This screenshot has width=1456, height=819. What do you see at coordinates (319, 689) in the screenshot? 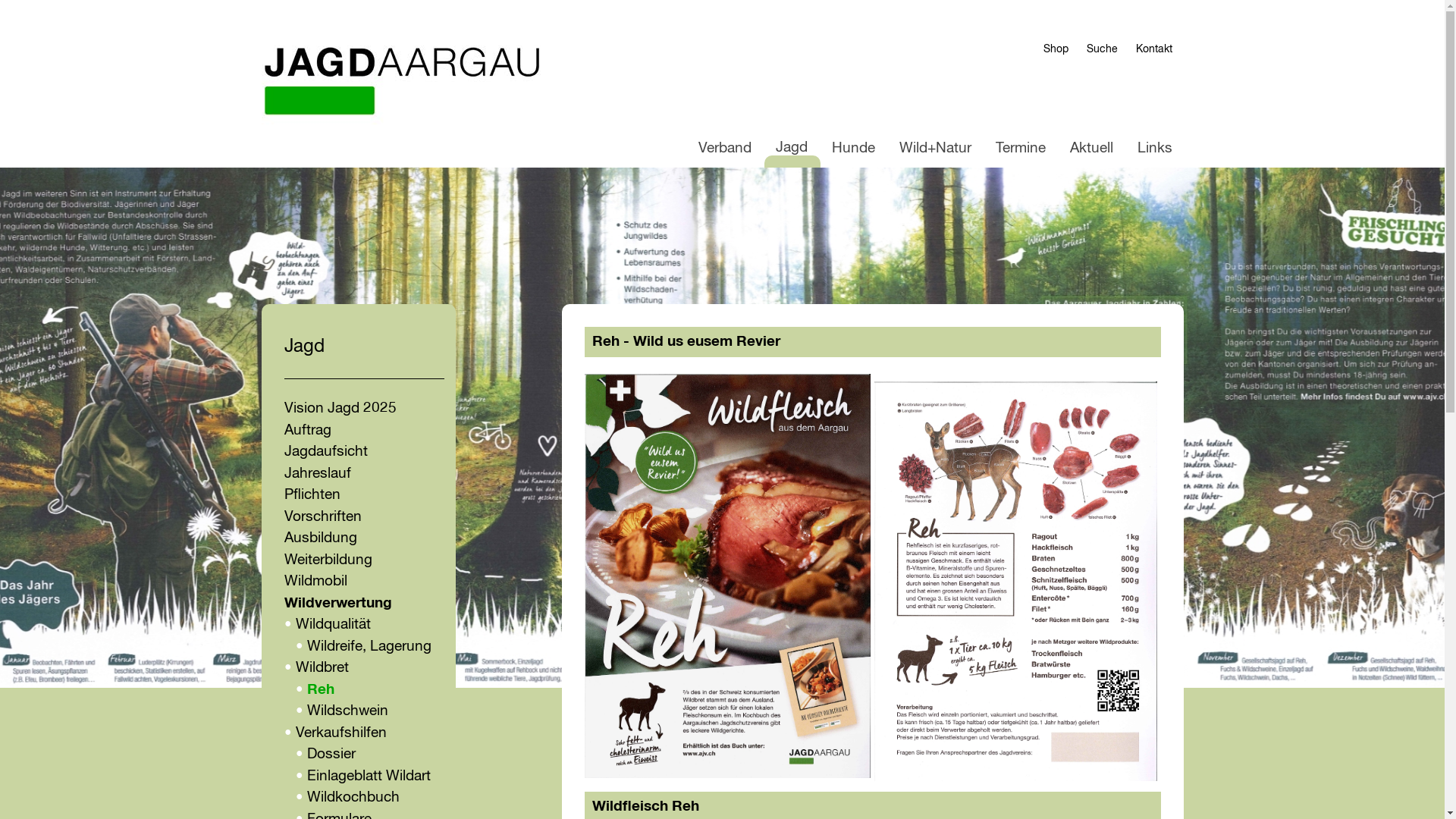
I see `'Reh'` at bounding box center [319, 689].